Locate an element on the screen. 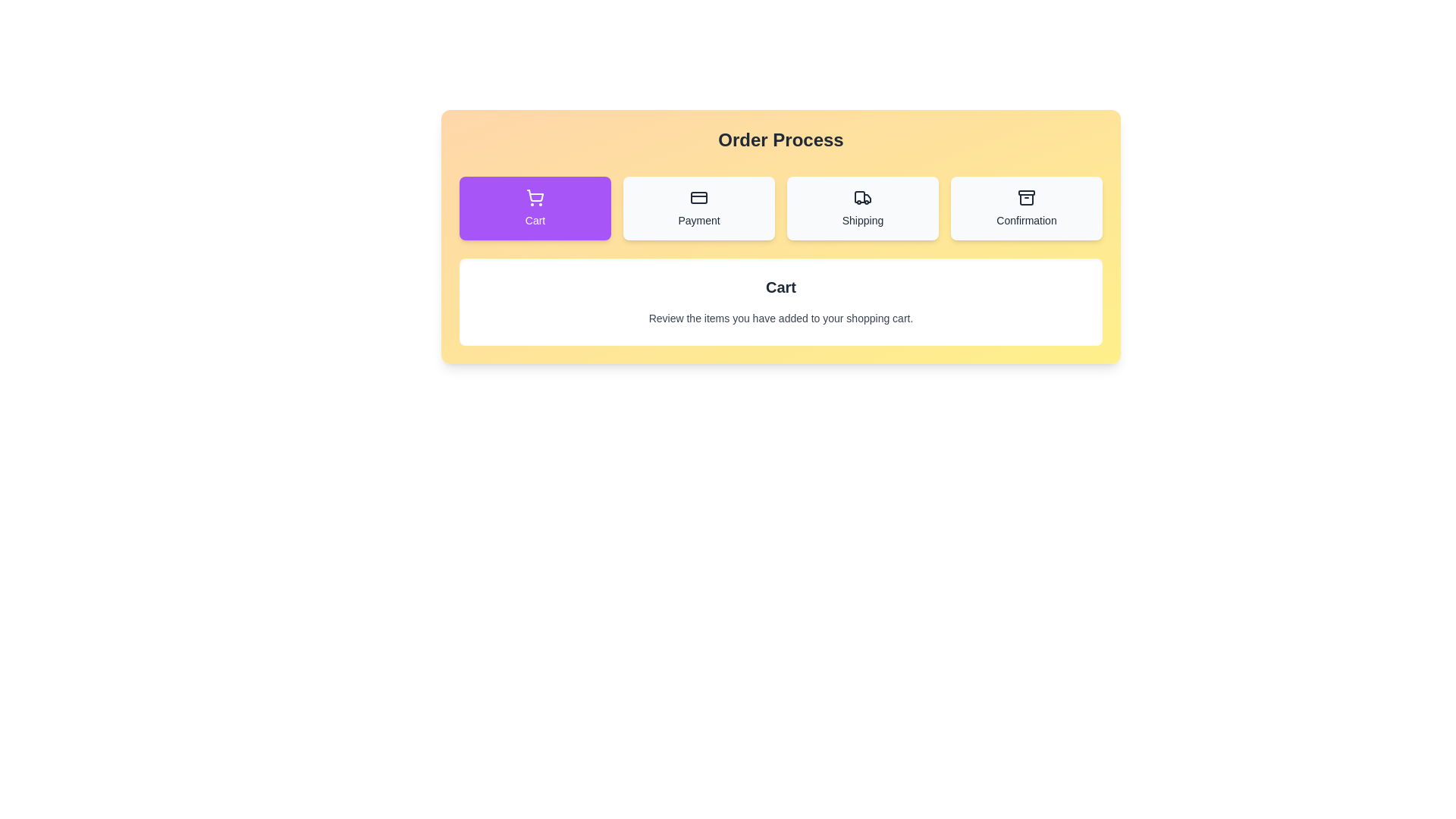  the button labeled Payment to view its hover effect is located at coordinates (698, 208).